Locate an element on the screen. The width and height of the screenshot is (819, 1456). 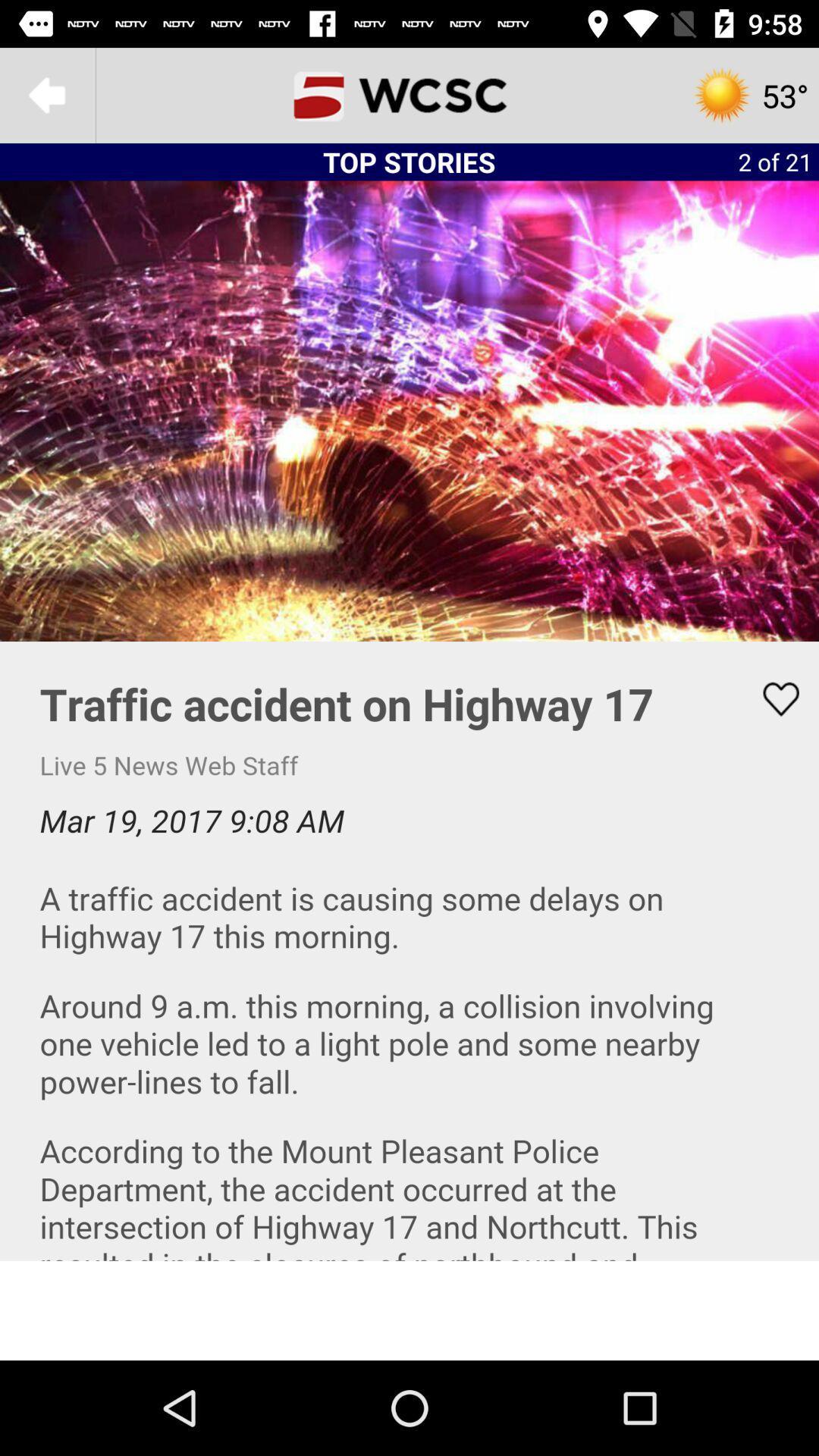
the favorite icon is located at coordinates (771, 698).